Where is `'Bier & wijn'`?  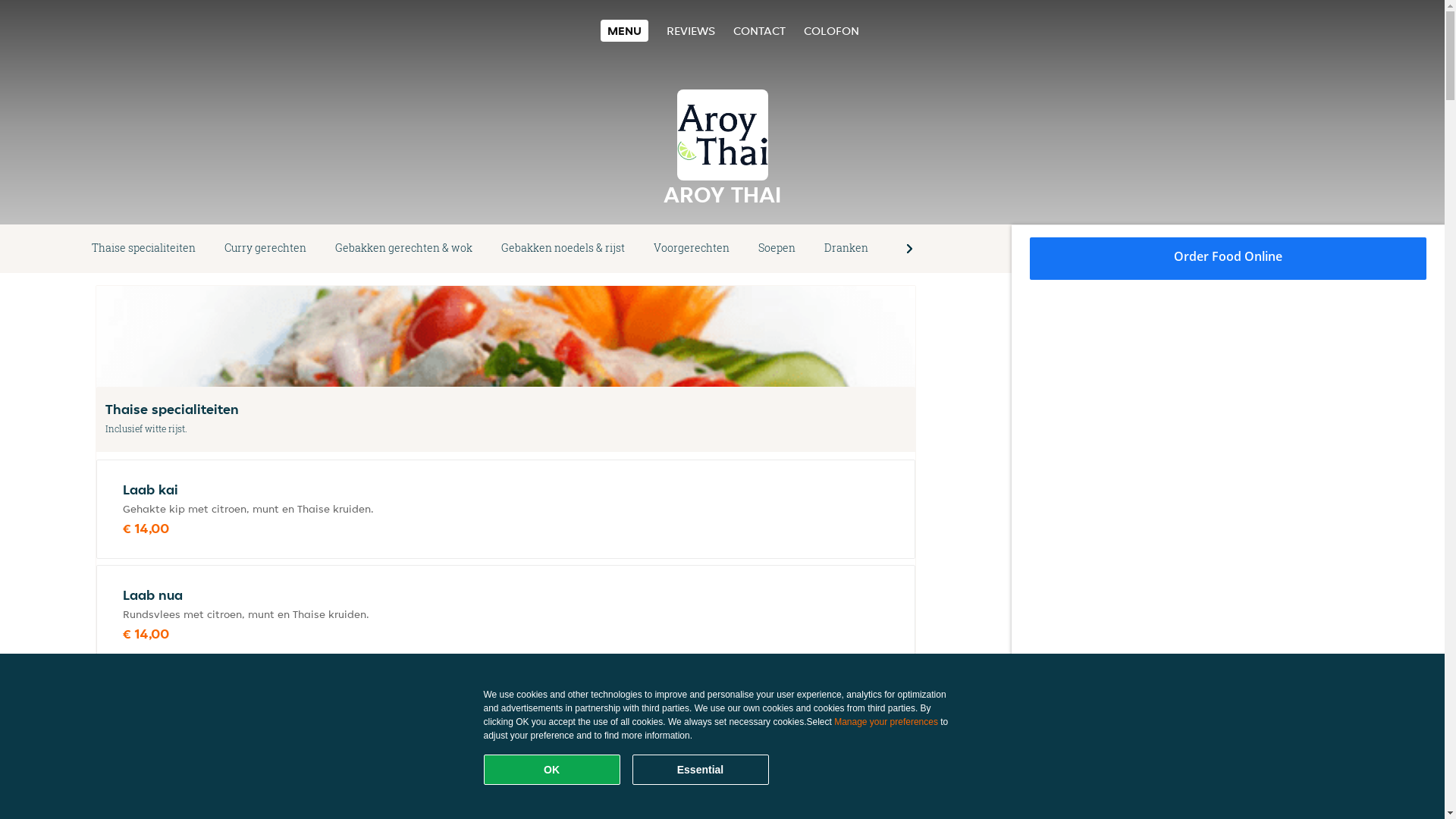
'Bier & wijn' is located at coordinates (923, 247).